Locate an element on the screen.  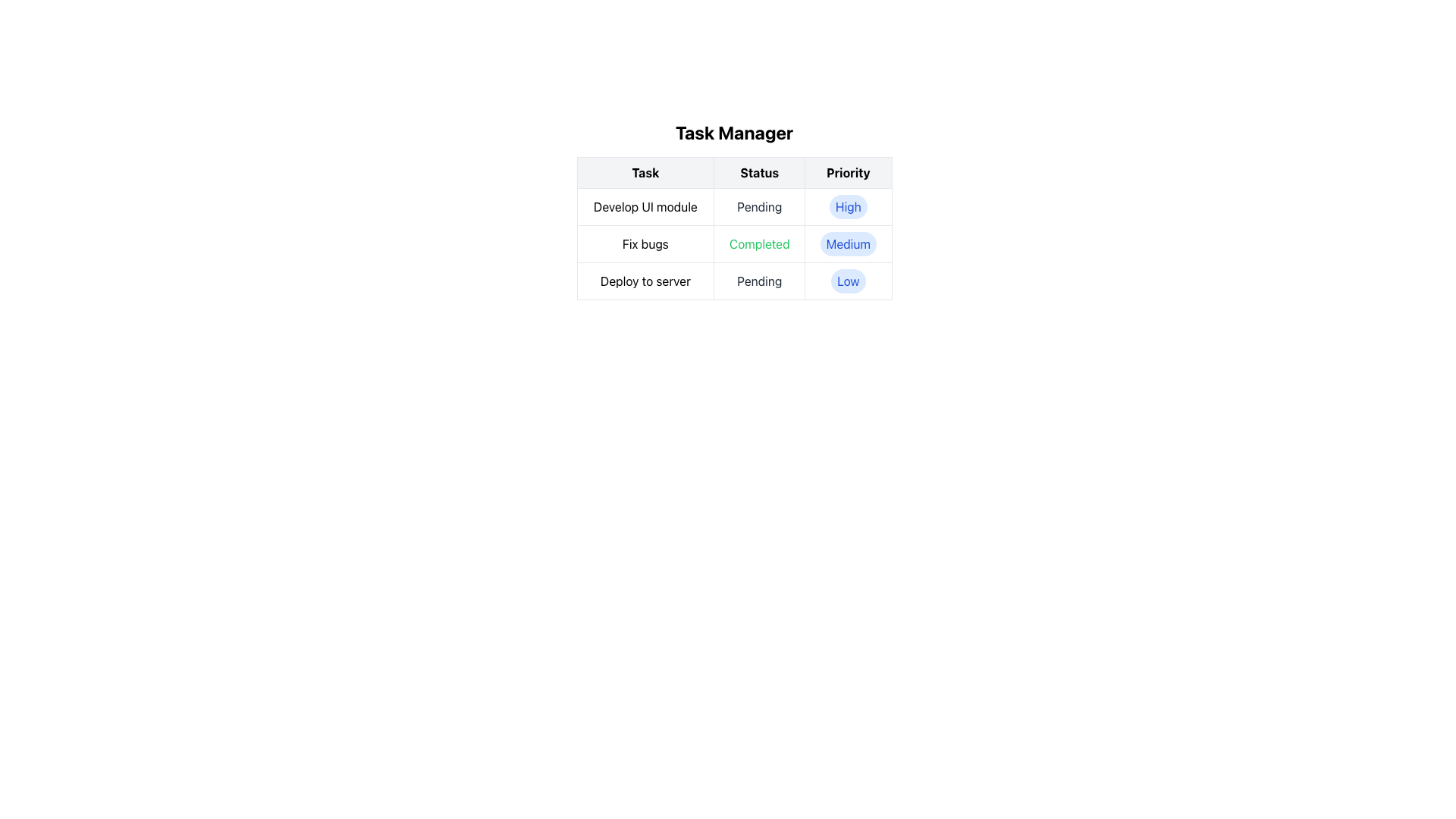
the static text label displaying 'Pending' which is located under the 'Status' column and part of the 'Deploy to server' row is located at coordinates (759, 281).